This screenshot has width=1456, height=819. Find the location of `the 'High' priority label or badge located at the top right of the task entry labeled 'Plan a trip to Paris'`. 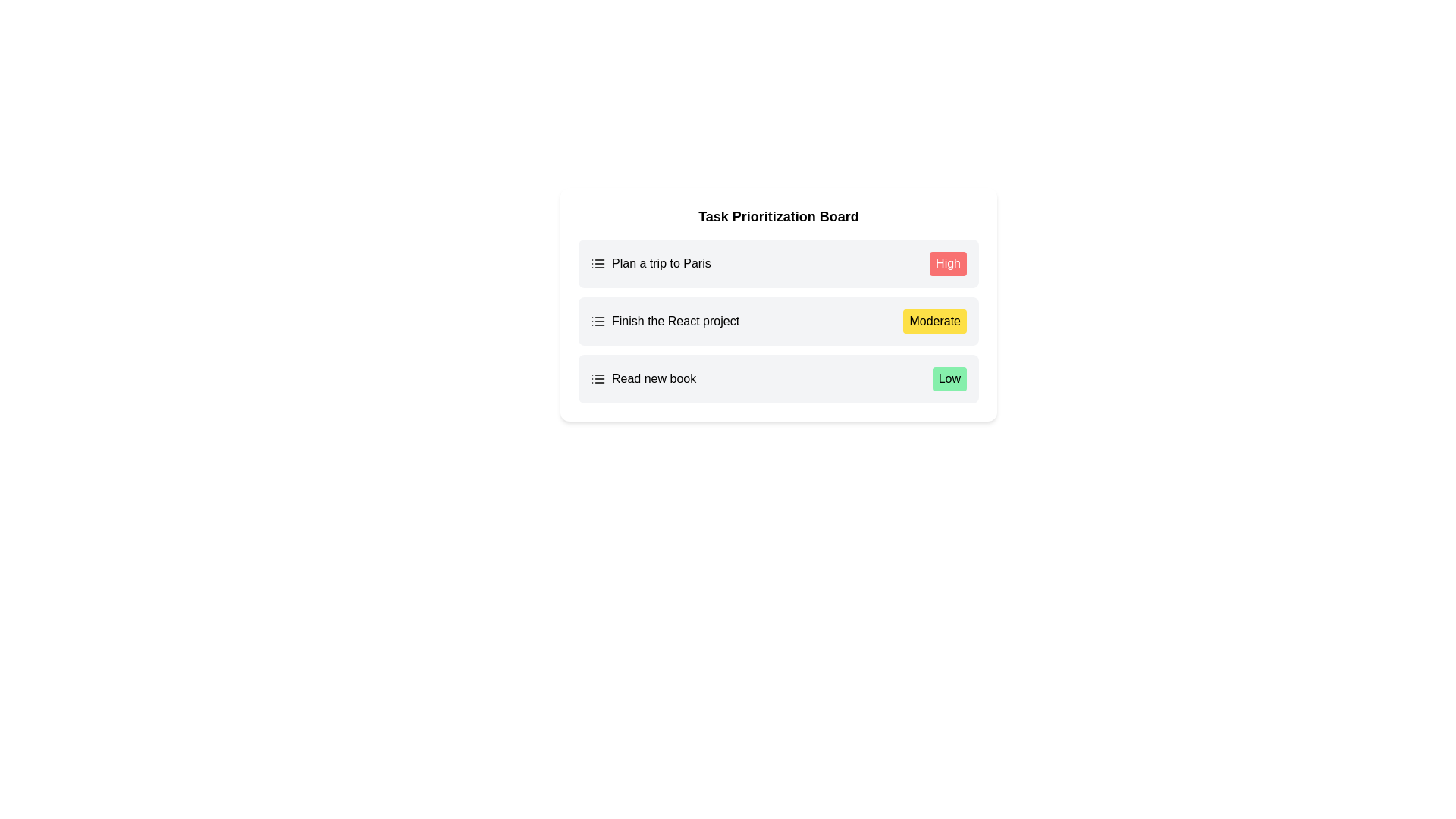

the 'High' priority label or badge located at the top right of the task entry labeled 'Plan a trip to Paris' is located at coordinates (947, 262).